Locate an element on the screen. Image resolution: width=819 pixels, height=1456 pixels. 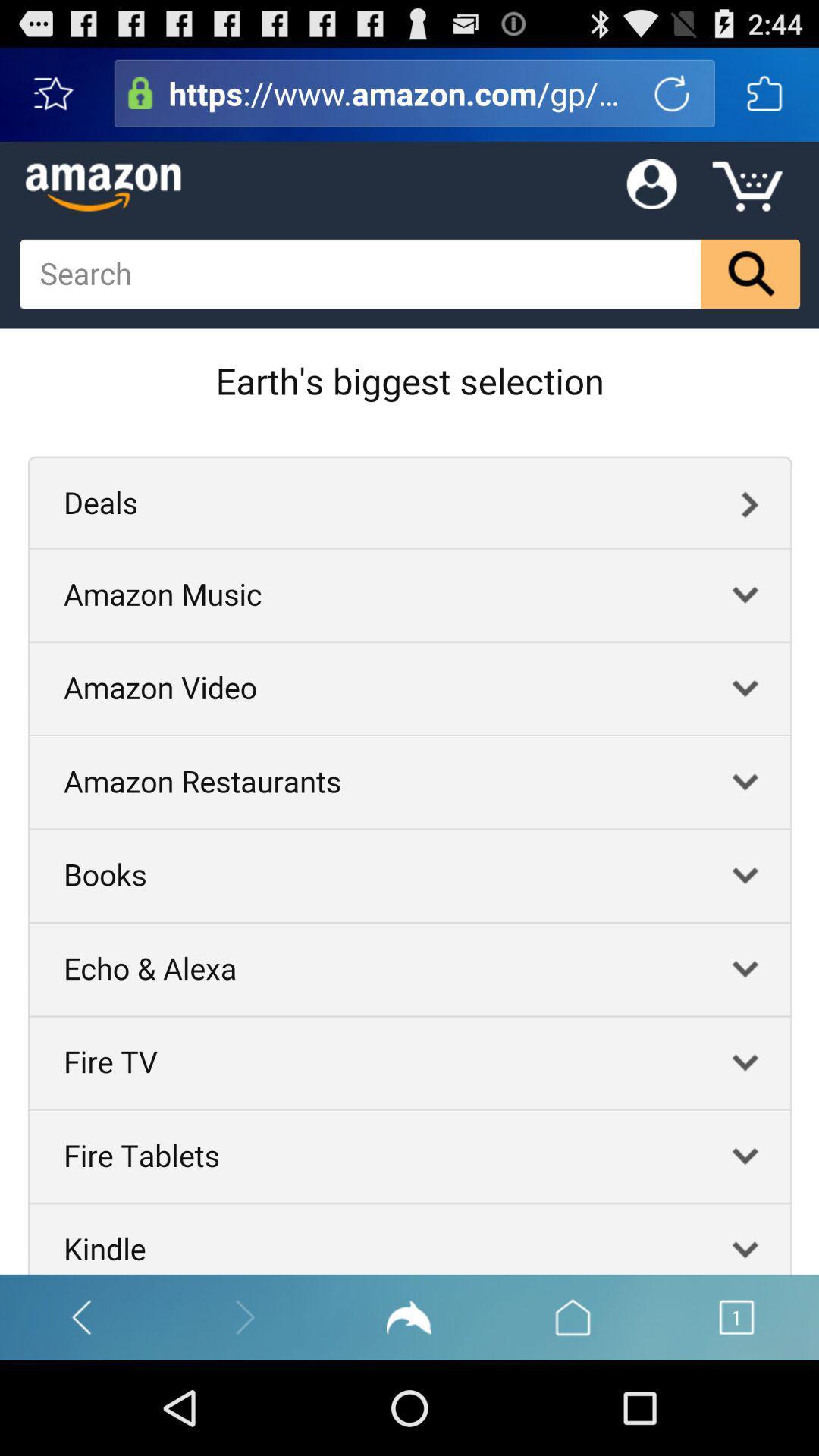
amazon product search is located at coordinates (140, 93).